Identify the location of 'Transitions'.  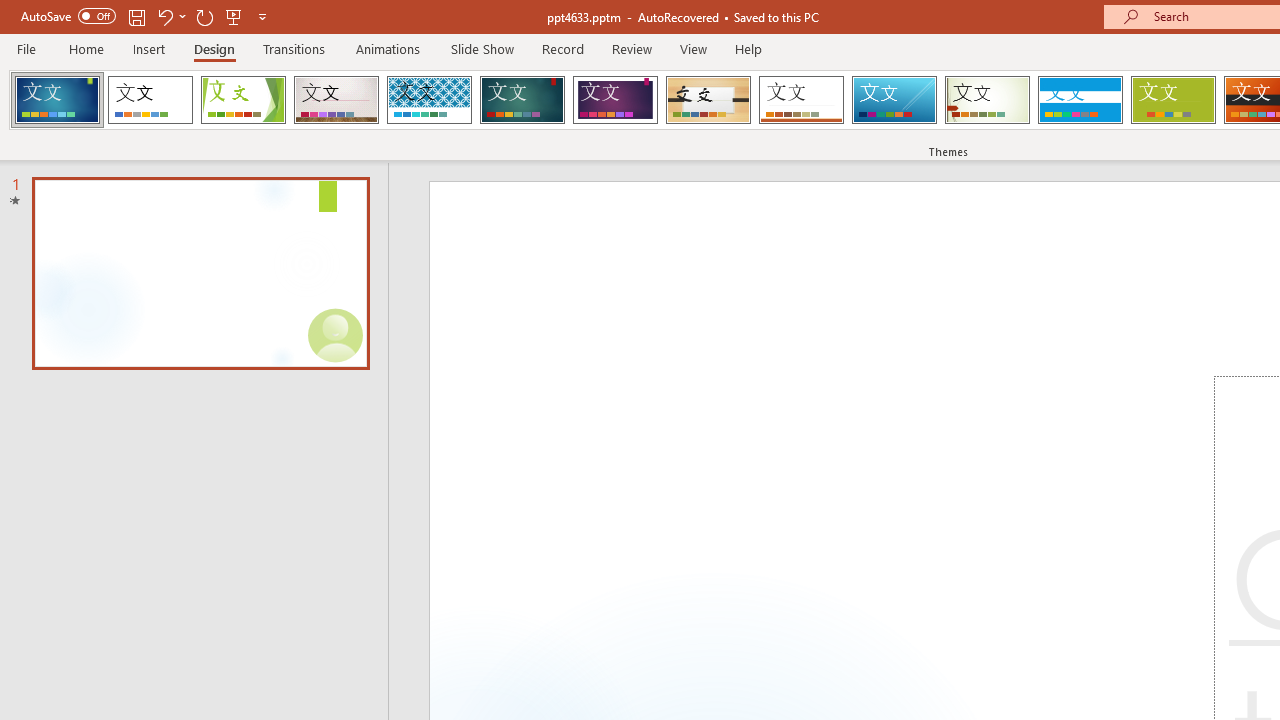
(294, 48).